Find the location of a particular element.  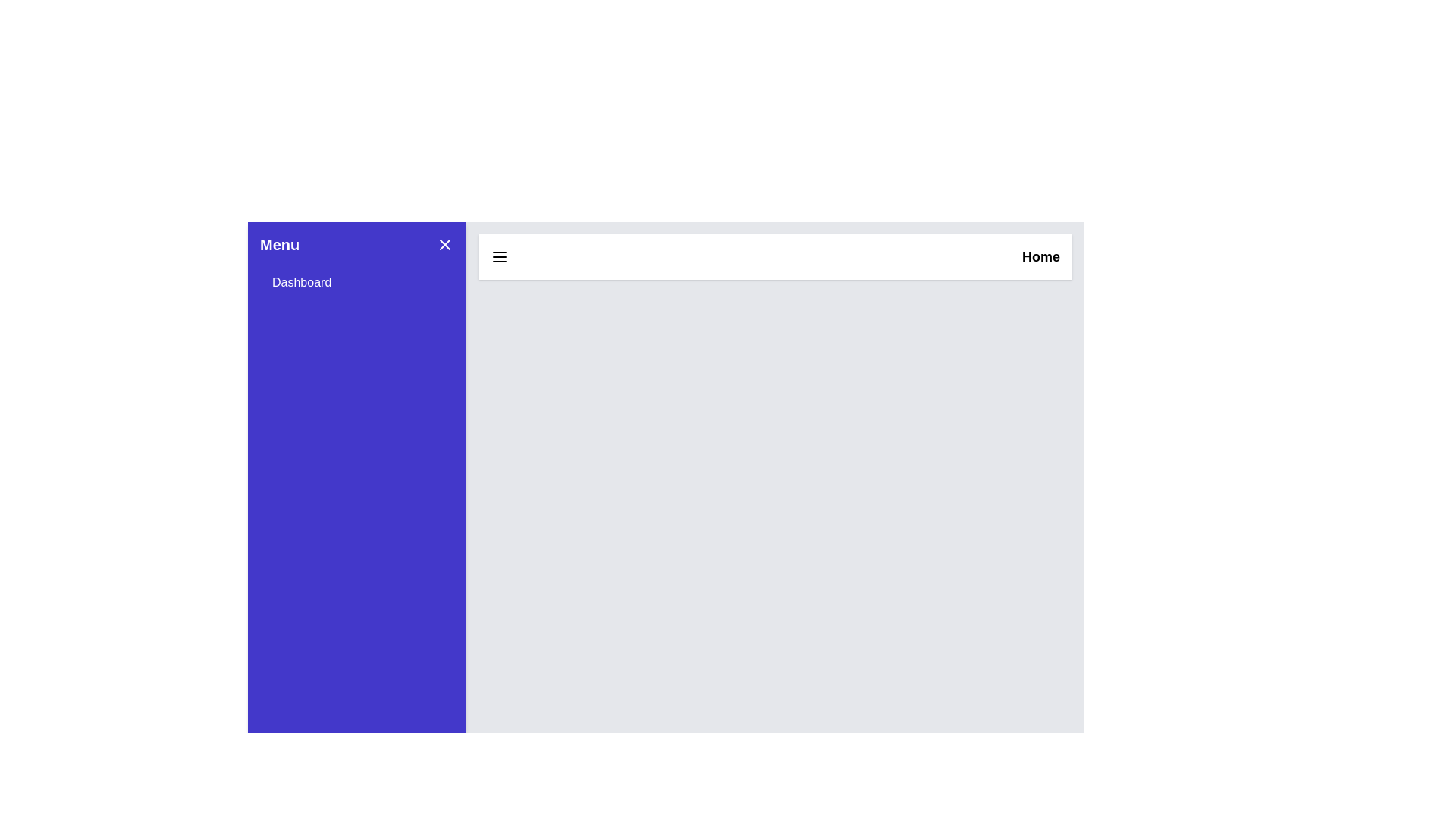

the toggle button to open or close the drawer is located at coordinates (444, 244).